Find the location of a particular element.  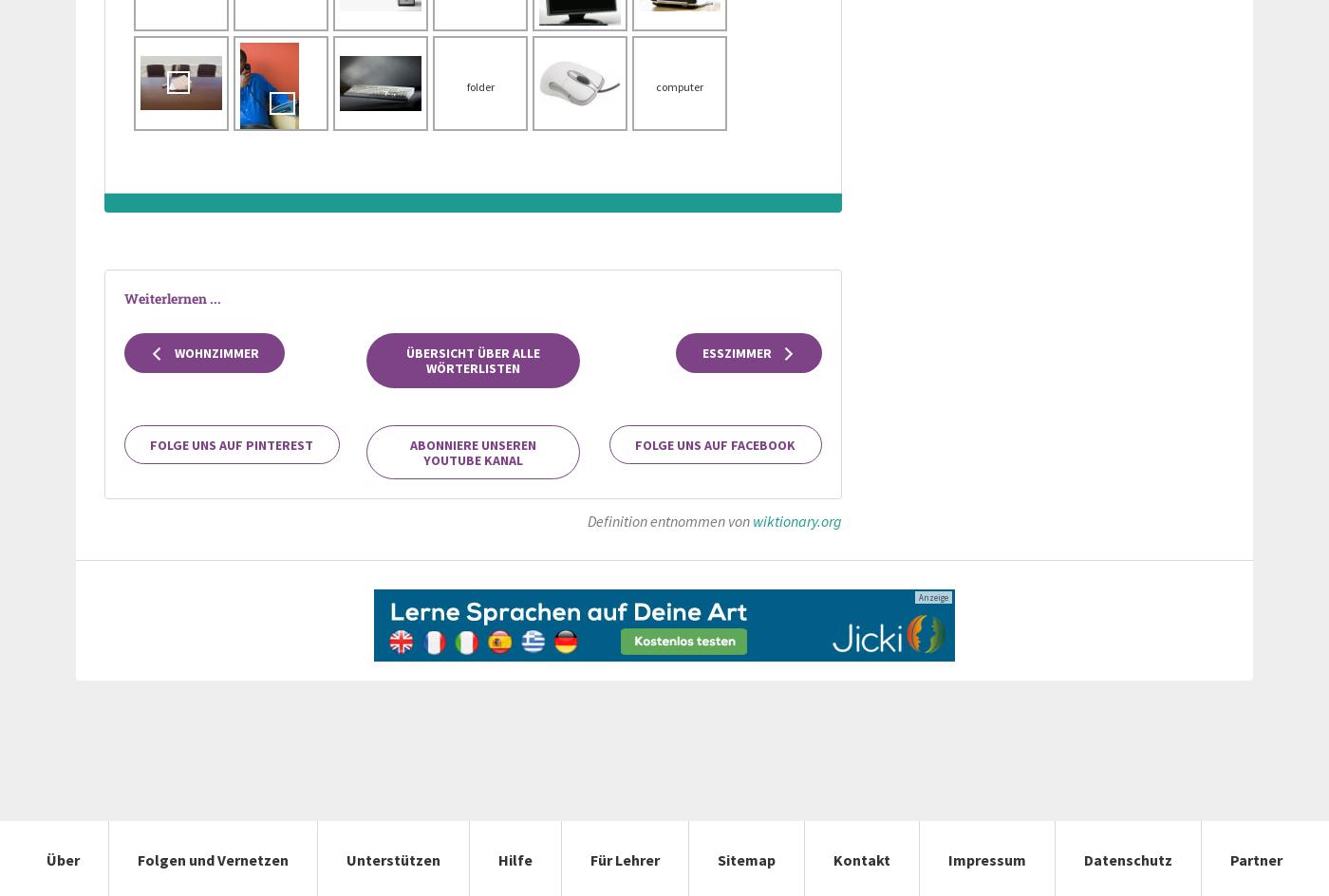

'Esszimmer' is located at coordinates (738, 353).